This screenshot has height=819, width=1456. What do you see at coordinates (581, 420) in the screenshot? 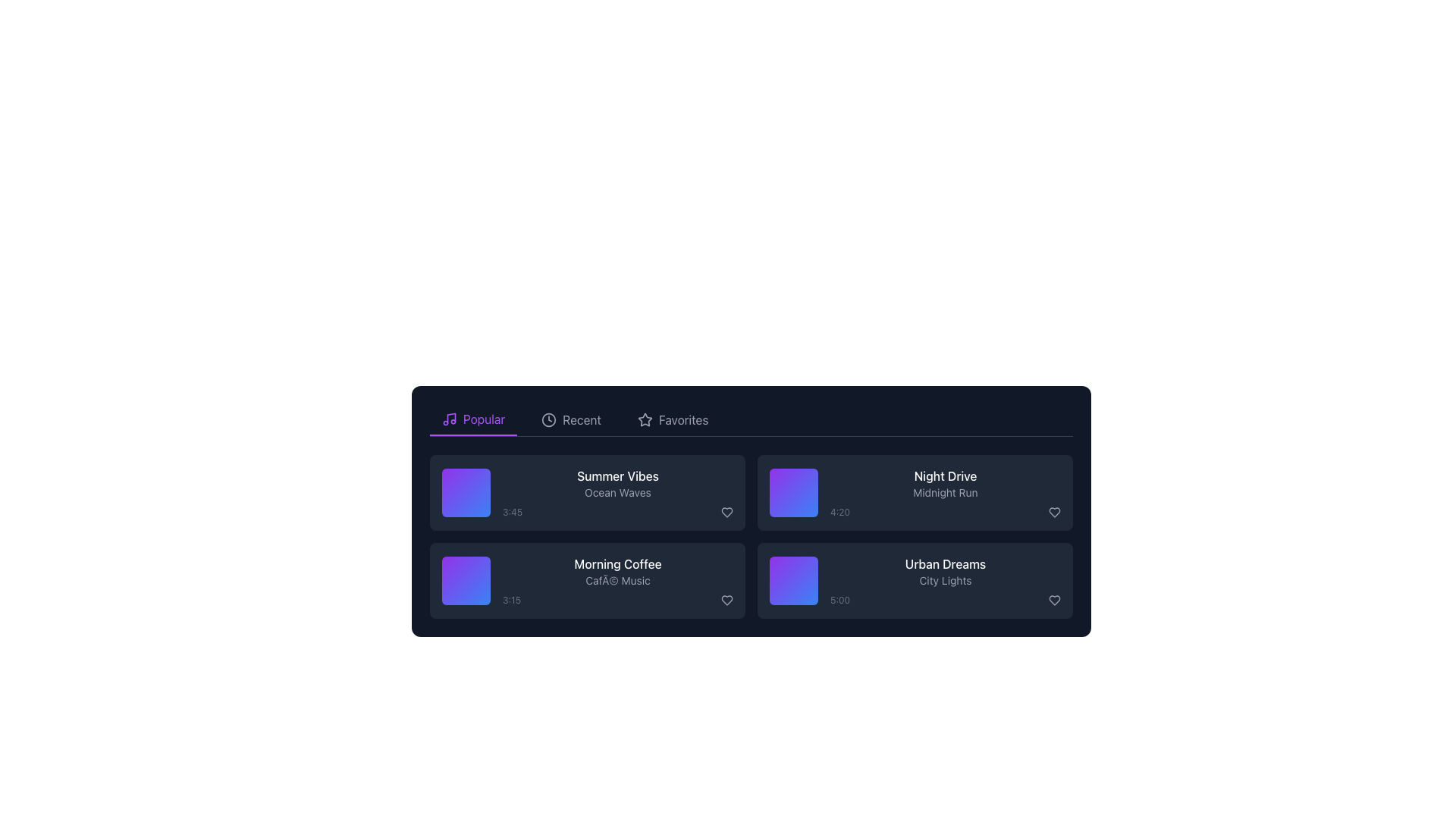
I see `text of the label component displaying 'Recent,' which is part of the navigation menu and located centrally between 'Popular' and 'Favorites.'` at bounding box center [581, 420].